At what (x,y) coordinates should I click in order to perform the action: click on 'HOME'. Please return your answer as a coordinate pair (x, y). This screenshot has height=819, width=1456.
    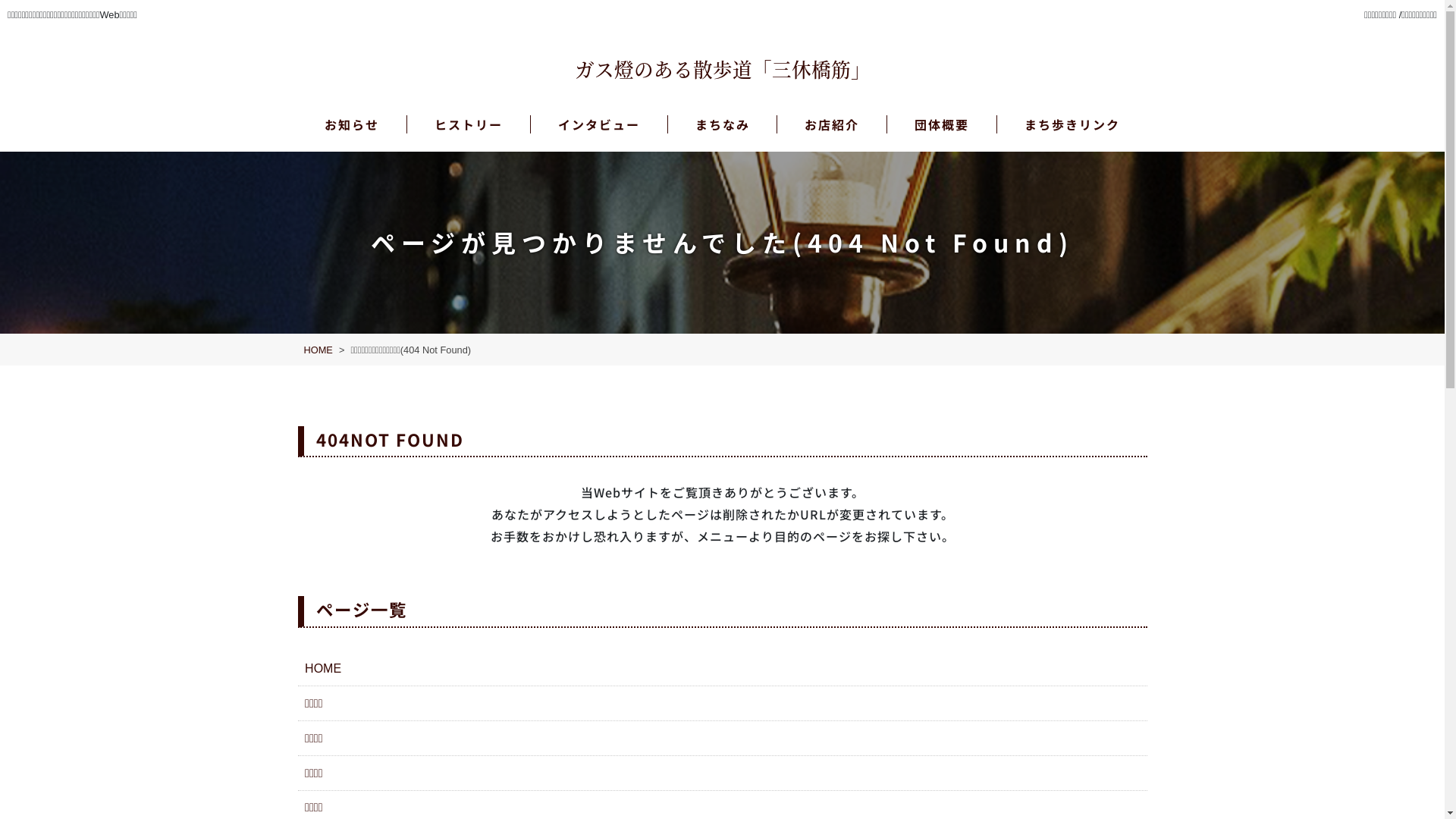
    Looking at the image, I should click on (316, 350).